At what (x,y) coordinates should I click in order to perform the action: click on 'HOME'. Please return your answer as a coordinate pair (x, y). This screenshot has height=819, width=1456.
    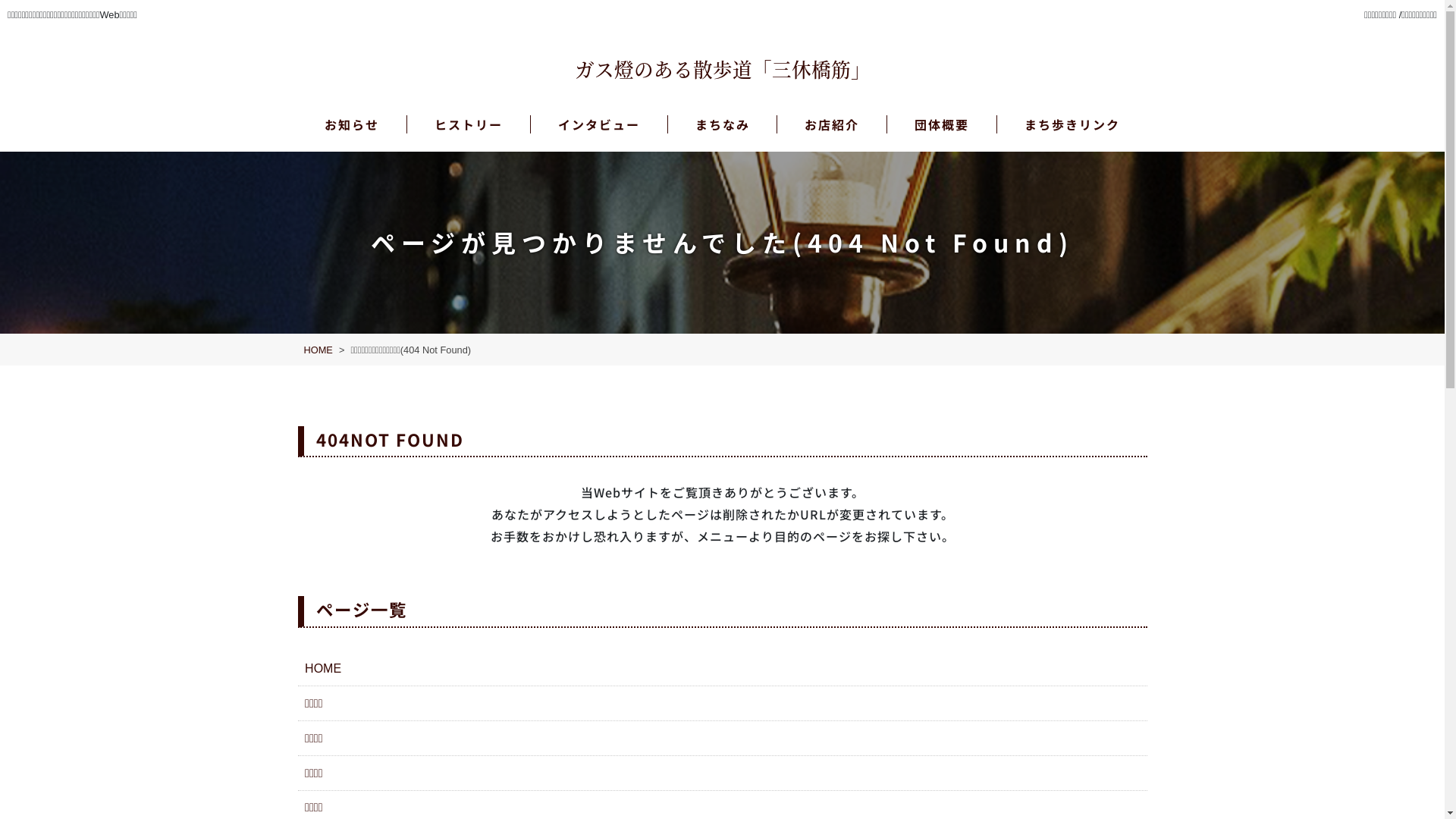
    Looking at the image, I should click on (316, 350).